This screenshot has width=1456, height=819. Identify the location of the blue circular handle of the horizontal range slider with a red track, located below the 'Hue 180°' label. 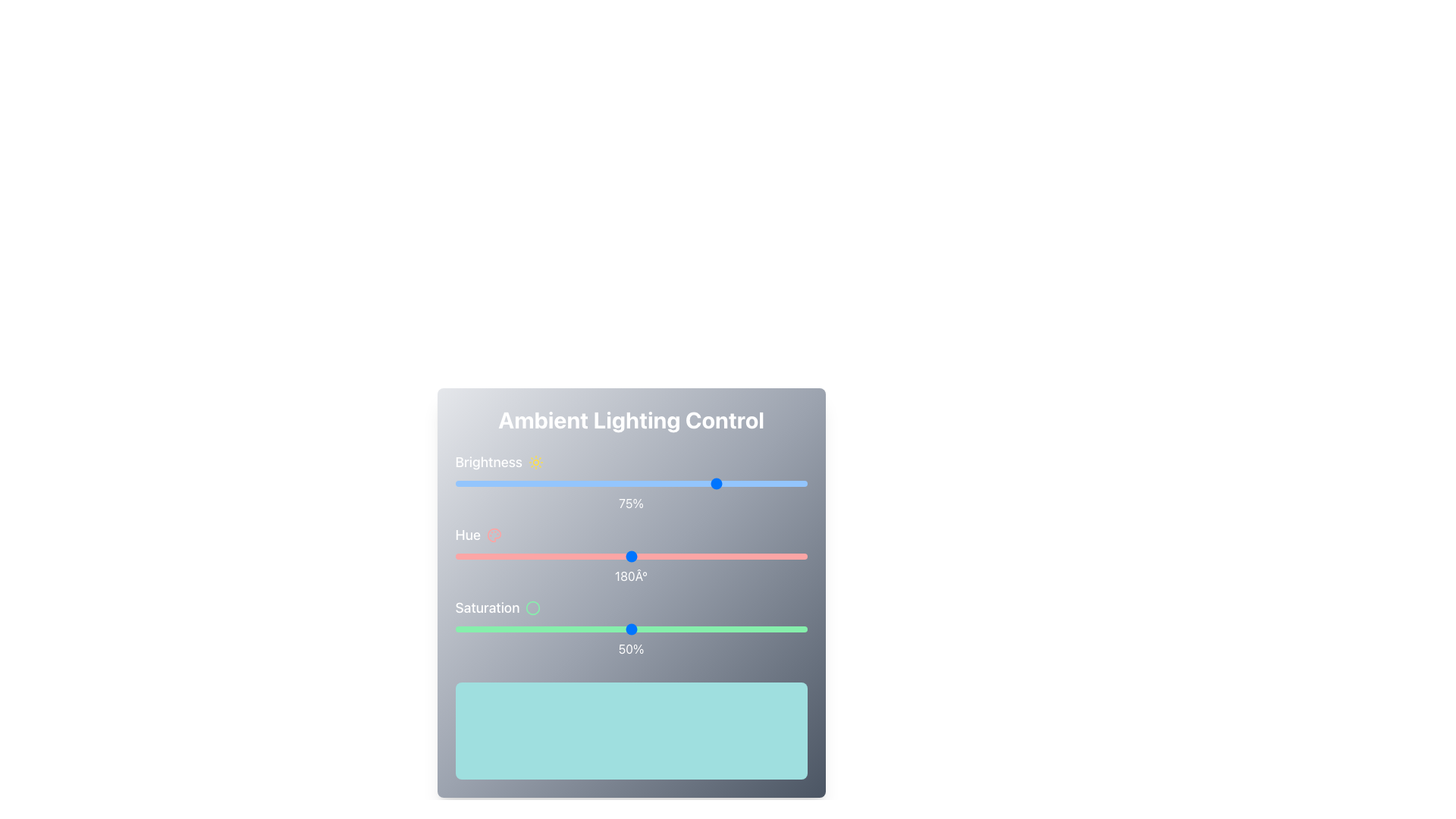
(631, 556).